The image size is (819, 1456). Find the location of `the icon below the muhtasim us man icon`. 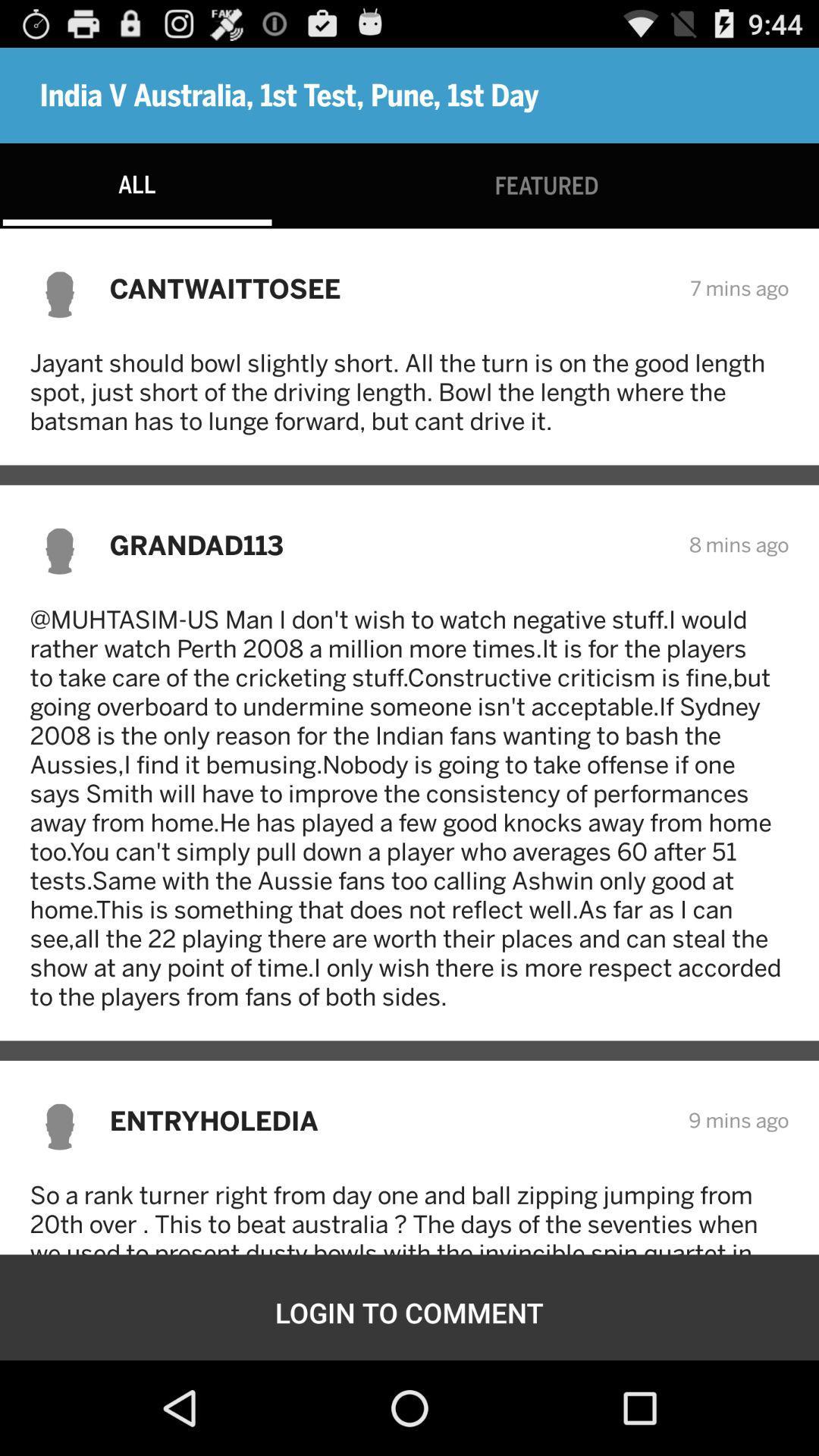

the icon below the muhtasim us man icon is located at coordinates (388, 1120).